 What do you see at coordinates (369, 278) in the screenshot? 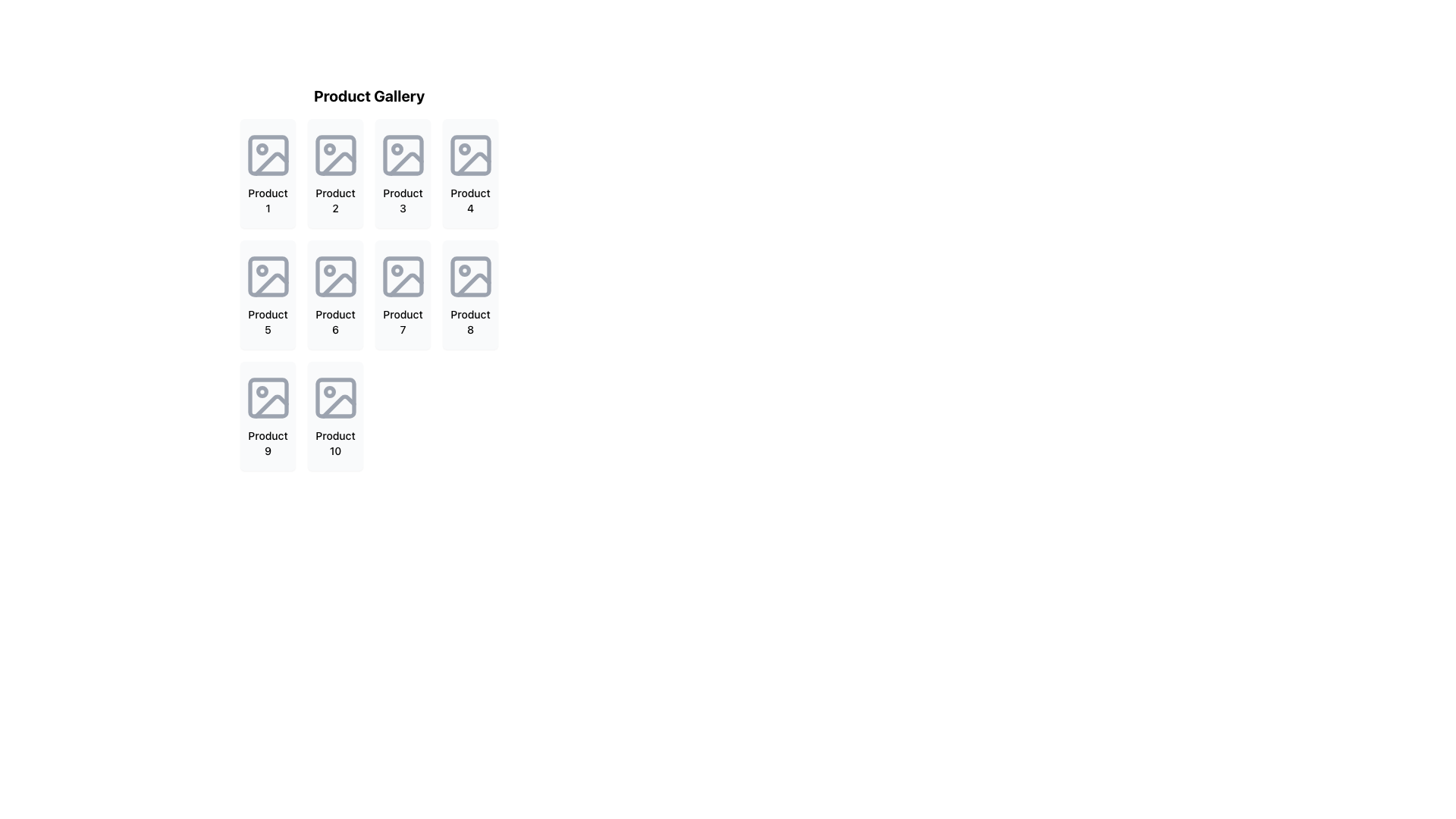
I see `the image placeholder in the 'Product Gallery' UI Card, specifically the seventh element in the grid layout` at bounding box center [369, 278].